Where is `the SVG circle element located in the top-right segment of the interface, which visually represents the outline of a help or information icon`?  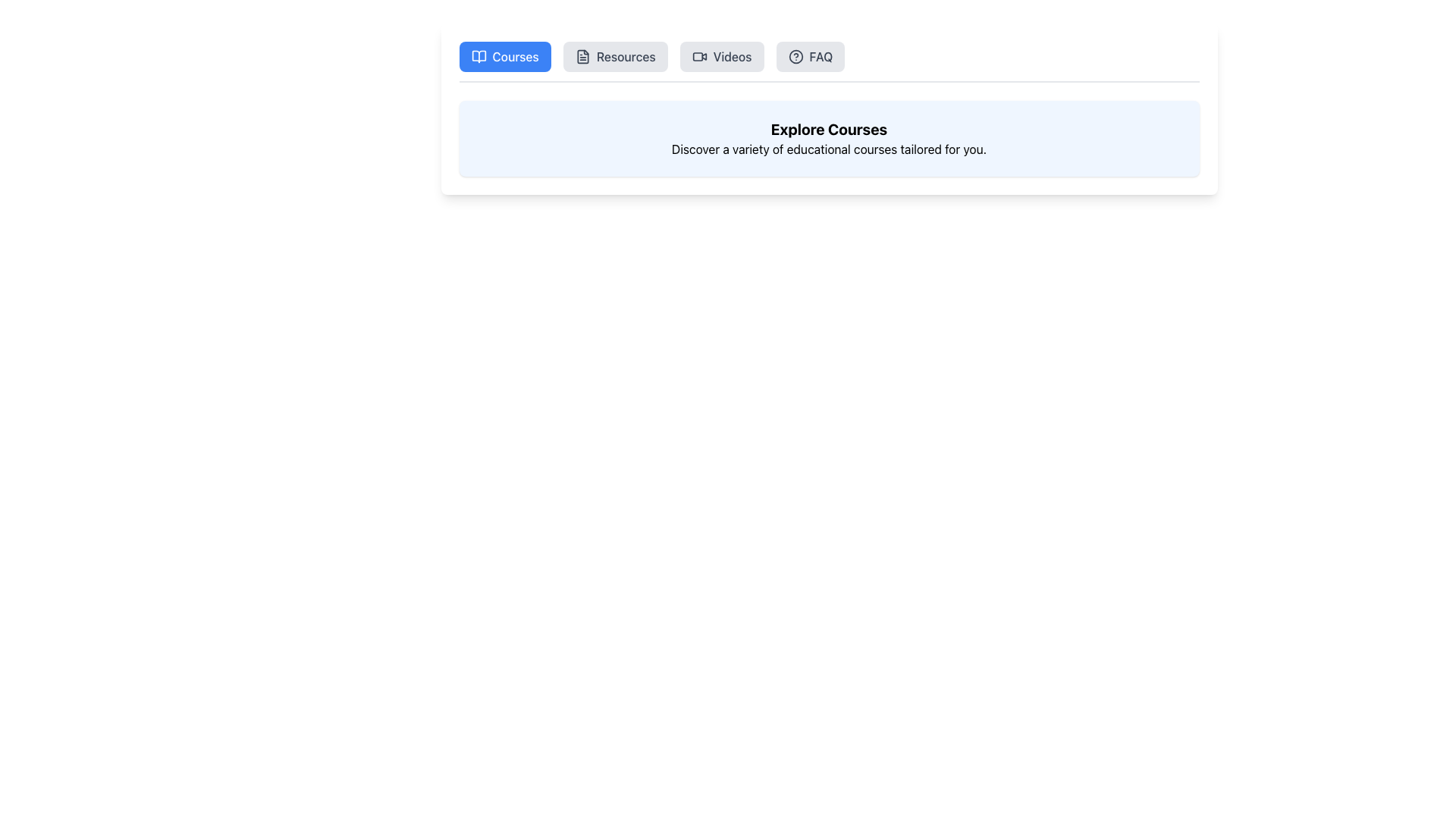
the SVG circle element located in the top-right segment of the interface, which visually represents the outline of a help or information icon is located at coordinates (795, 55).